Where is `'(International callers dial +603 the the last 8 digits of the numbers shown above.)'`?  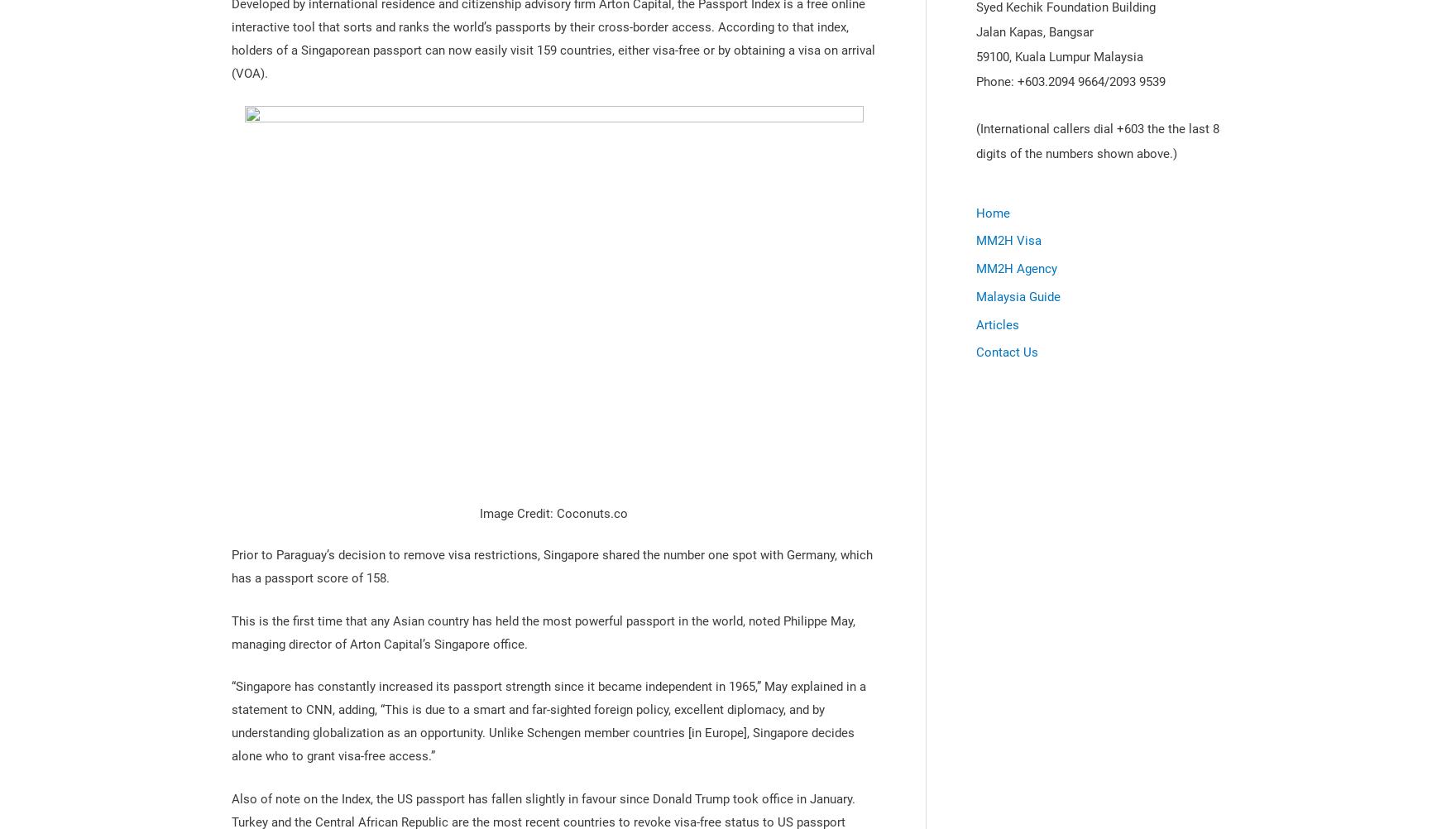 '(International callers dial +603 the the last 8 digits of the numbers shown above.)' is located at coordinates (1098, 141).